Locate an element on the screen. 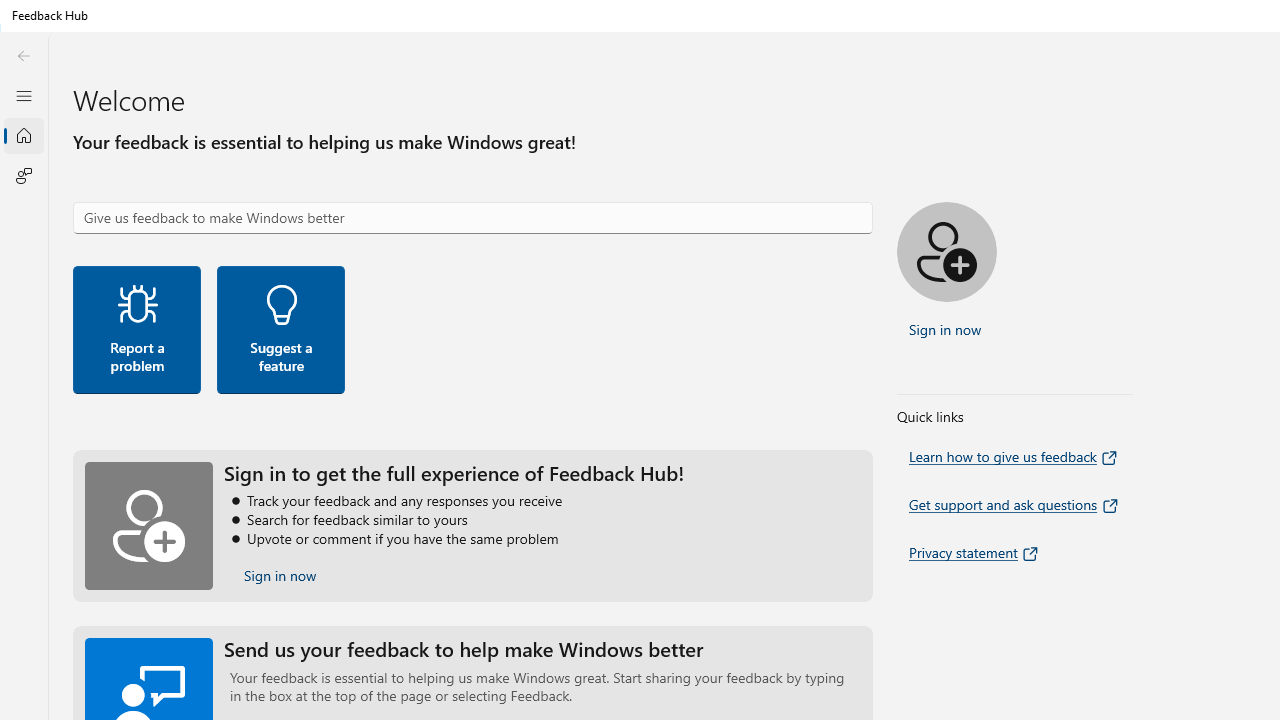 This screenshot has width=1280, height=720. 'Privacy statement' is located at coordinates (975, 552).